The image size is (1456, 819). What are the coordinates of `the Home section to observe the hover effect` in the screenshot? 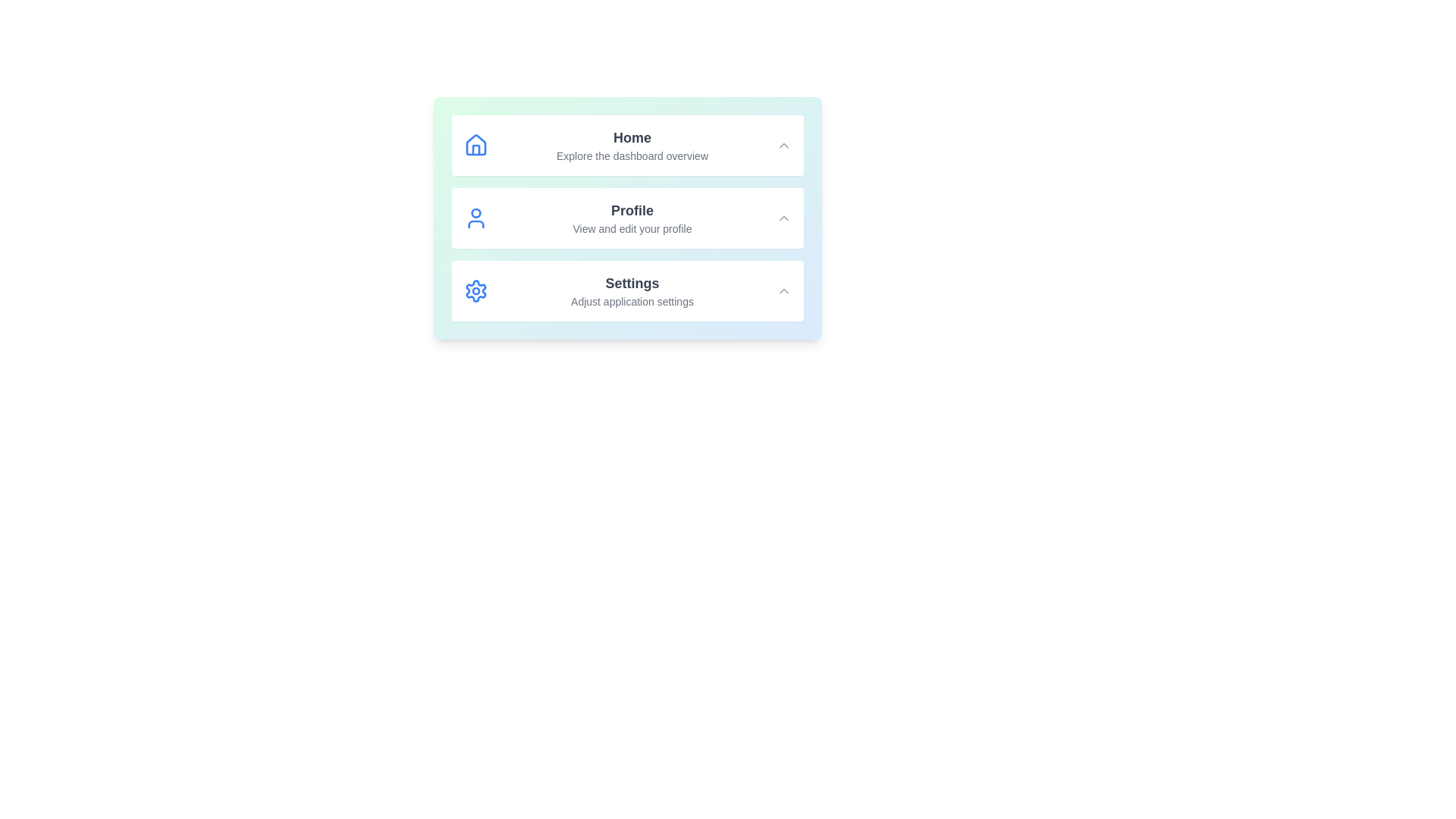 It's located at (628, 146).